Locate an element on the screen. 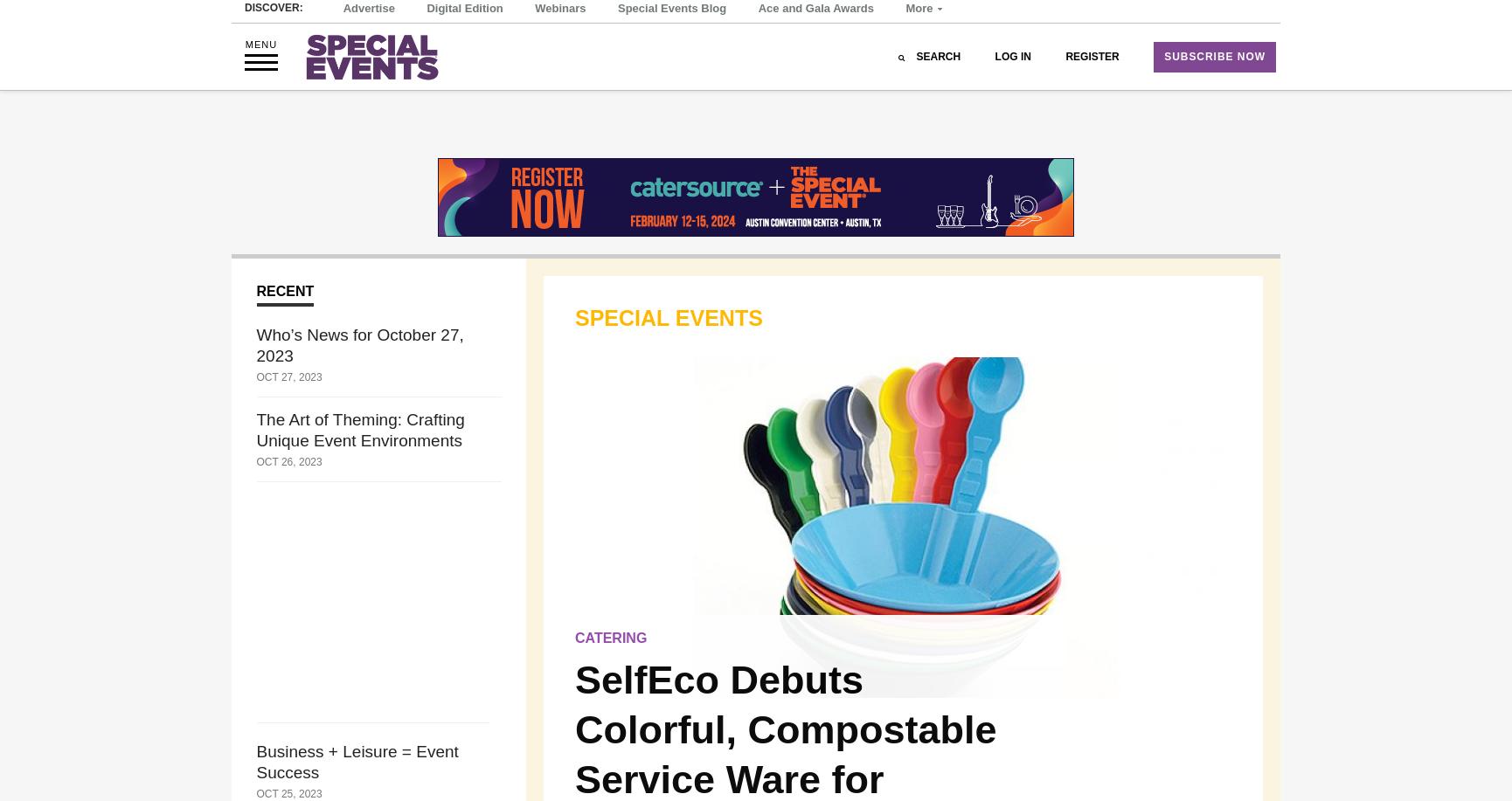 This screenshot has width=1512, height=801. 'Register' is located at coordinates (1092, 103).